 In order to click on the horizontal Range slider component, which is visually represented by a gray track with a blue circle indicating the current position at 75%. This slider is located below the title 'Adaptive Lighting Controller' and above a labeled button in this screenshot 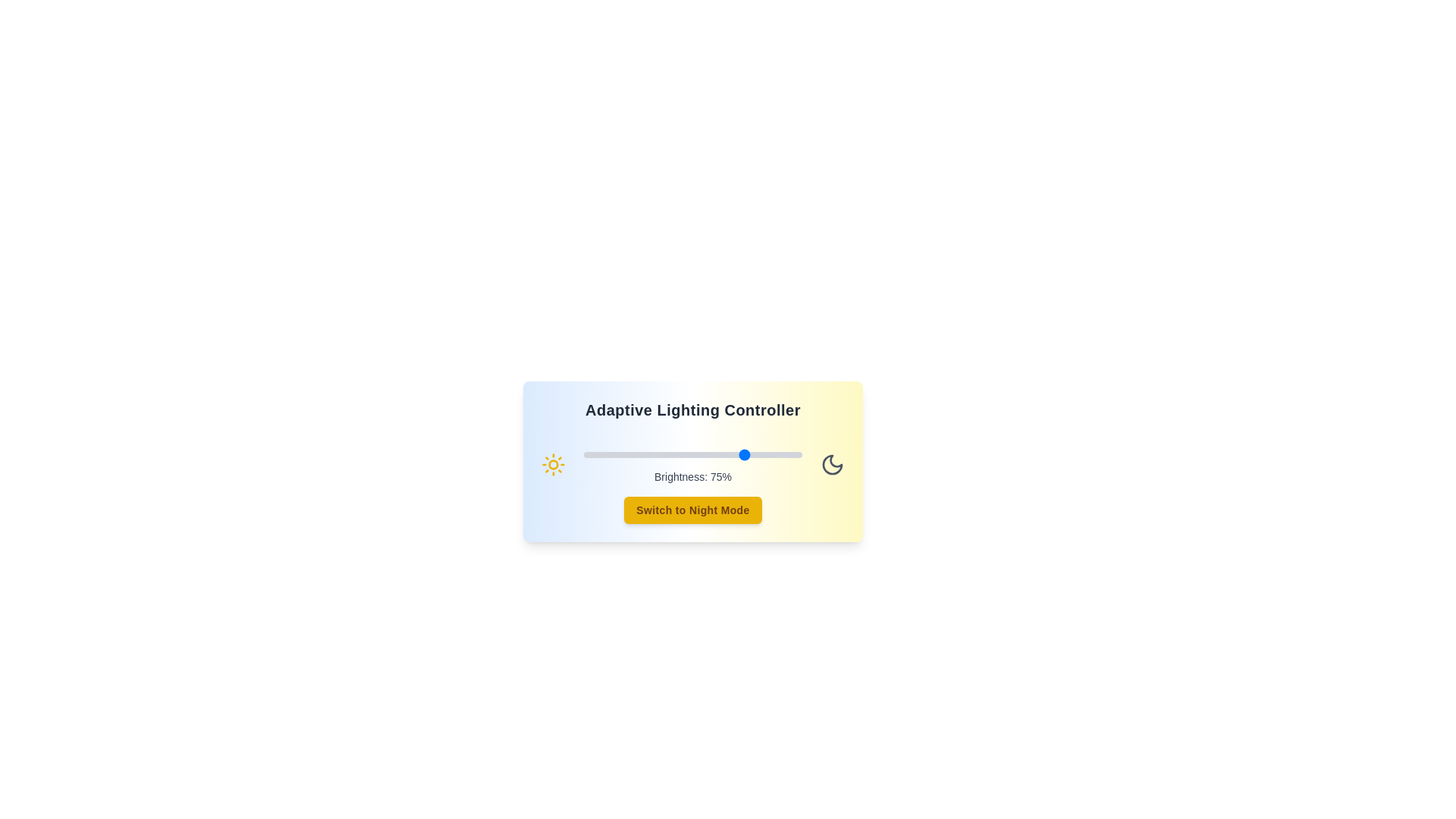, I will do `click(692, 454)`.